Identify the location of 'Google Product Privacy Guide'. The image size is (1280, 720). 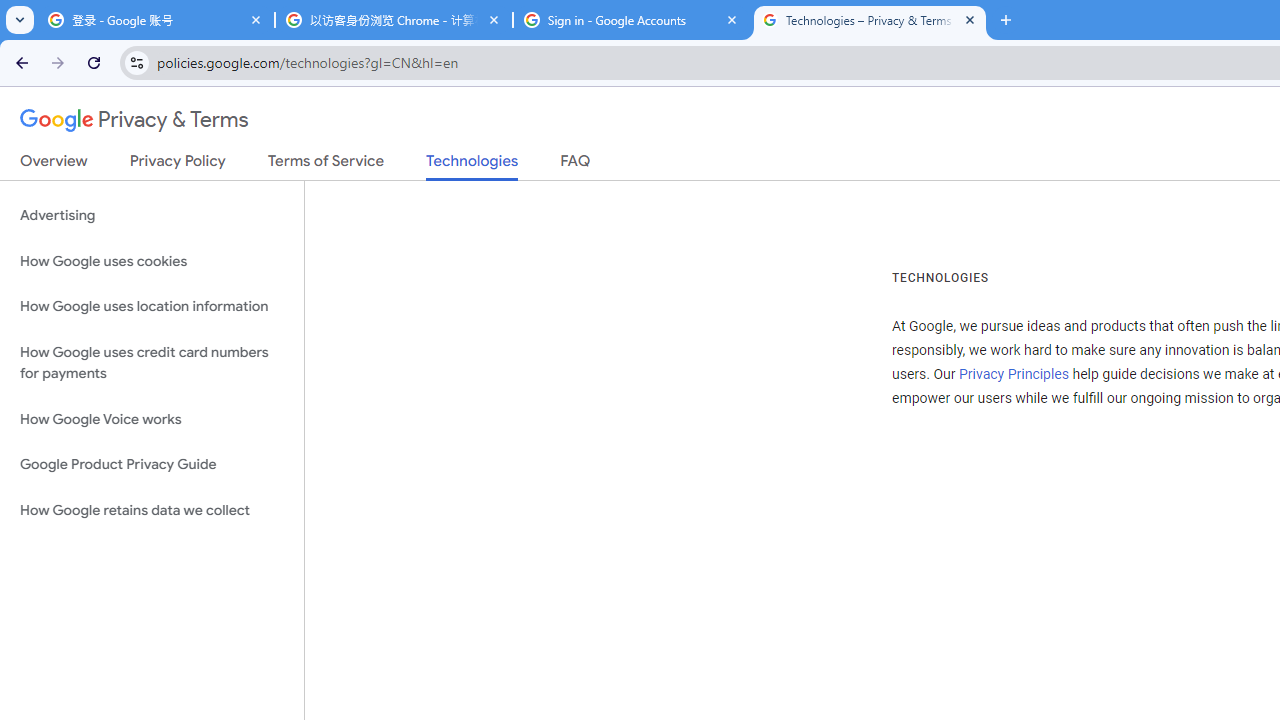
(151, 465).